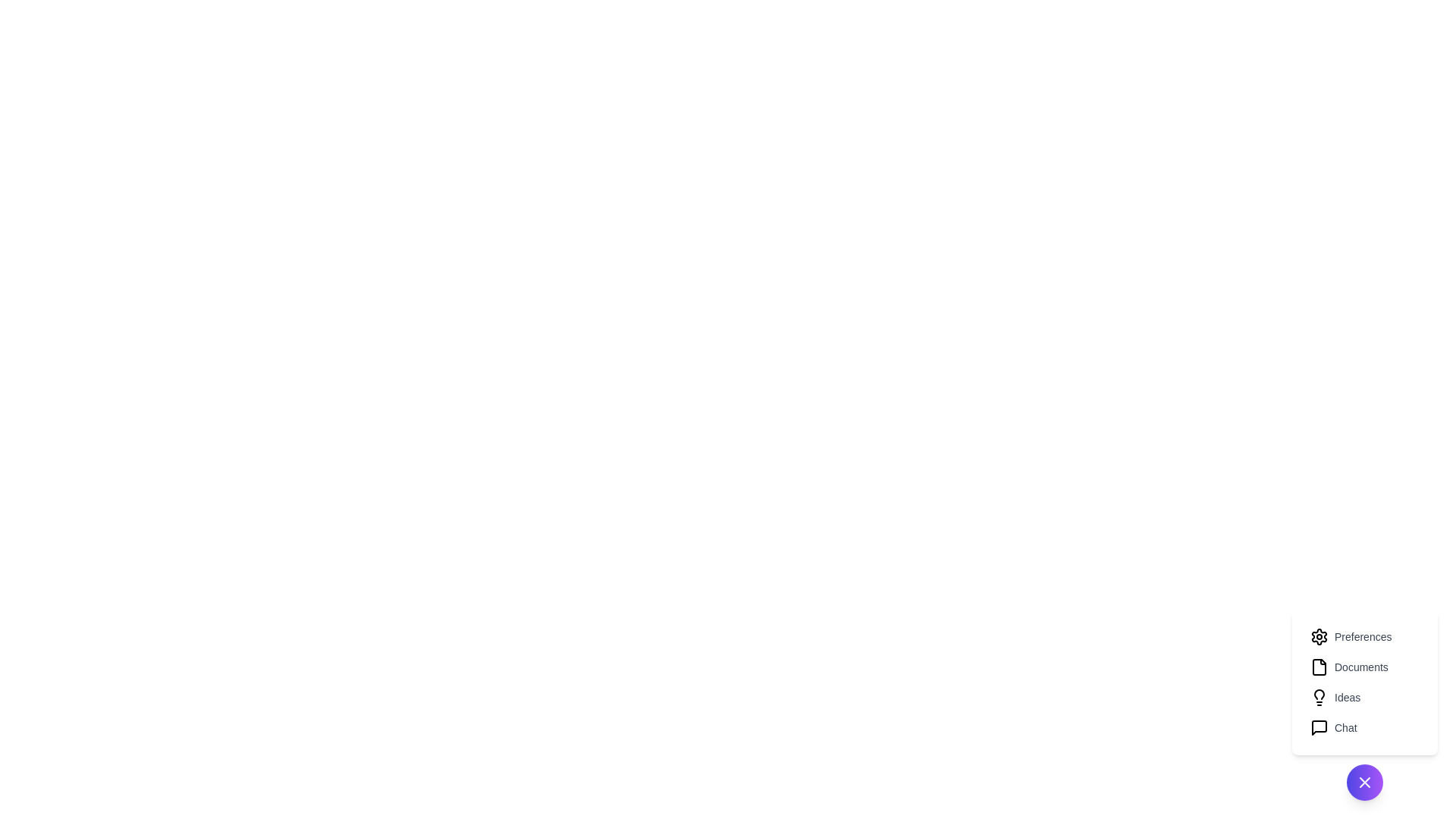  I want to click on the menu item labeled Chat to trigger its associated action, so click(1365, 727).